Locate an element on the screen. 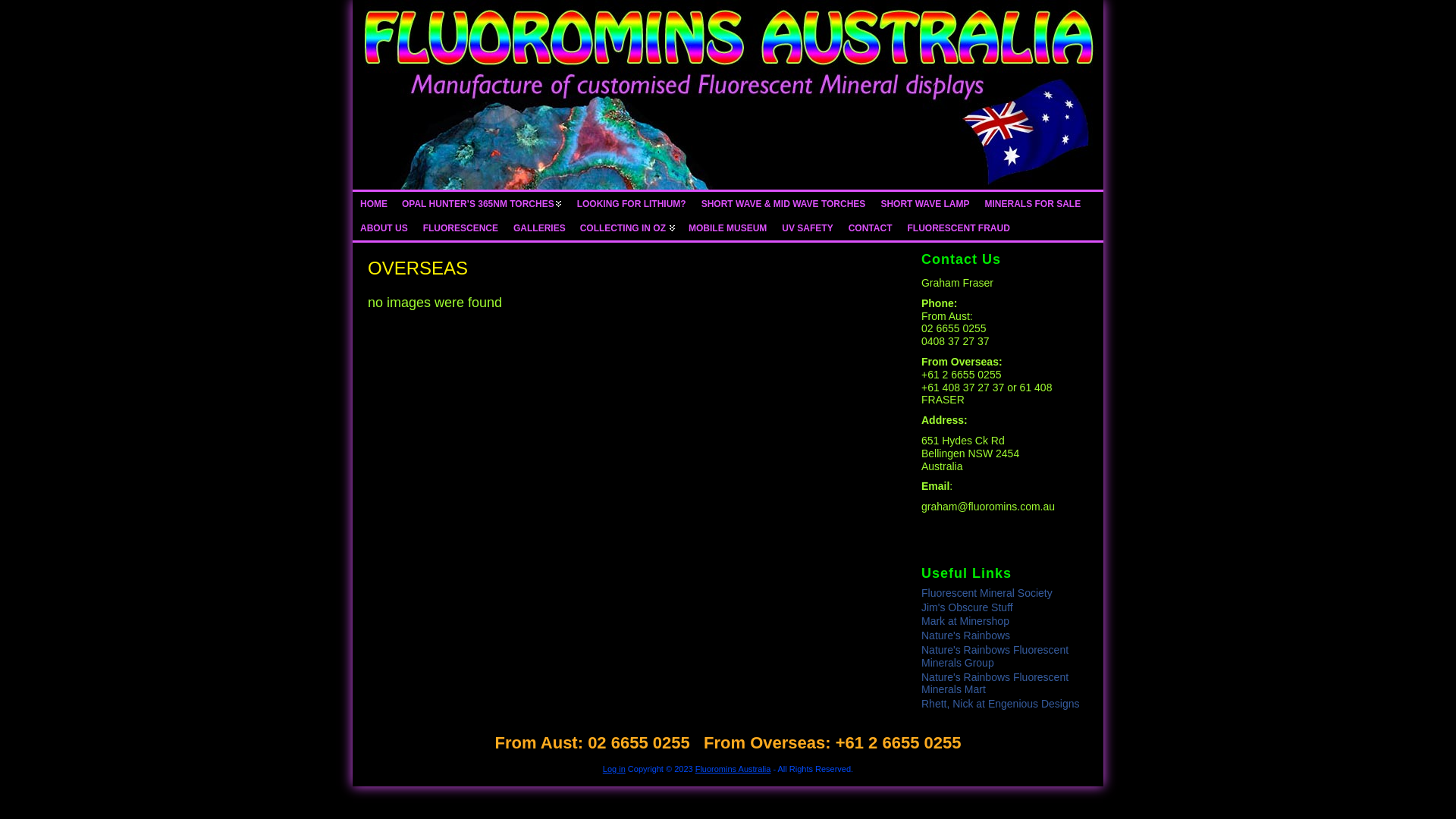 This screenshot has height=819, width=1456. 'MINERALS FOR SALE' is located at coordinates (1031, 203).